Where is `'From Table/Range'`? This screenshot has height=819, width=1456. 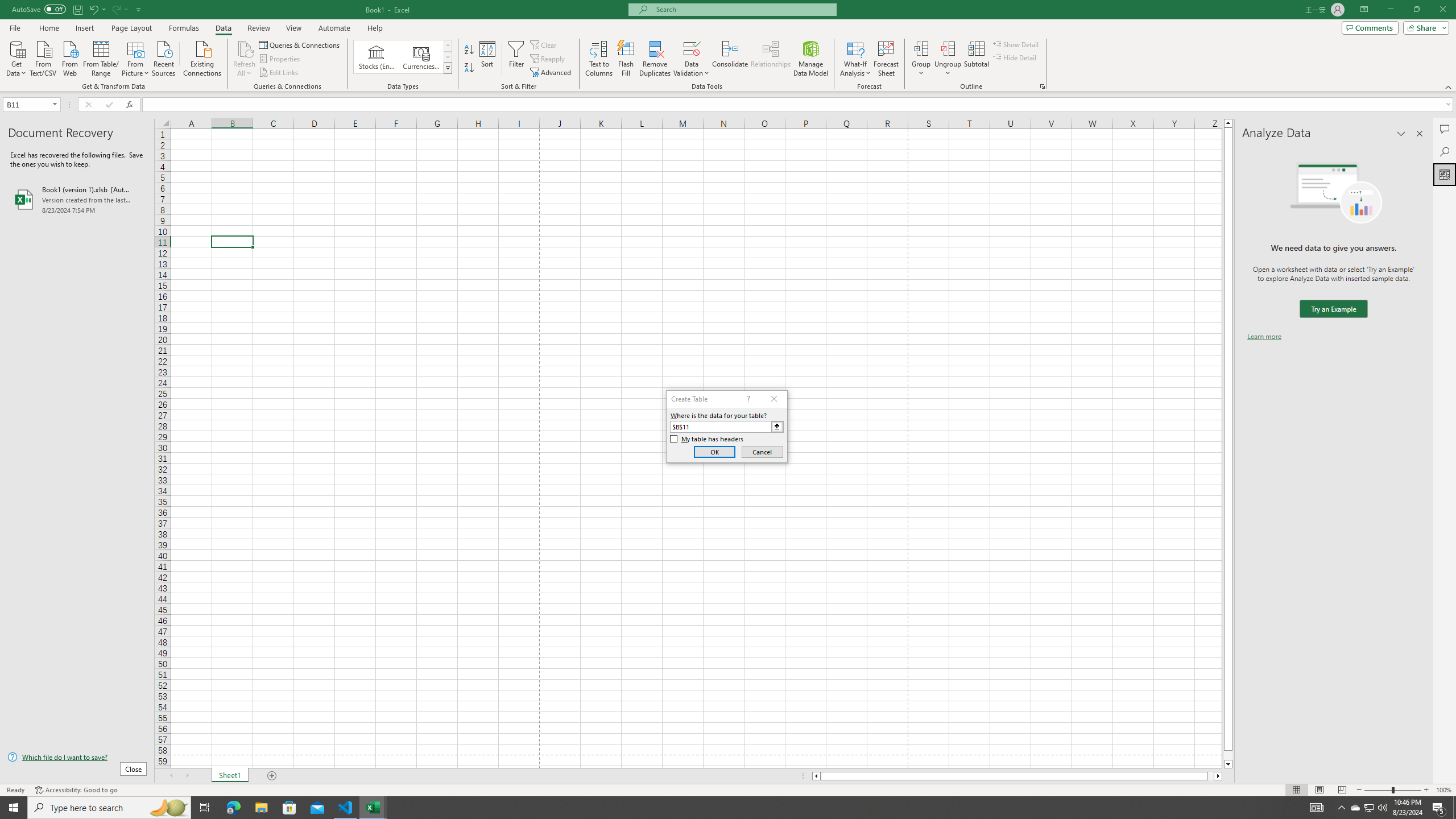
'From Table/Range' is located at coordinates (100, 57).